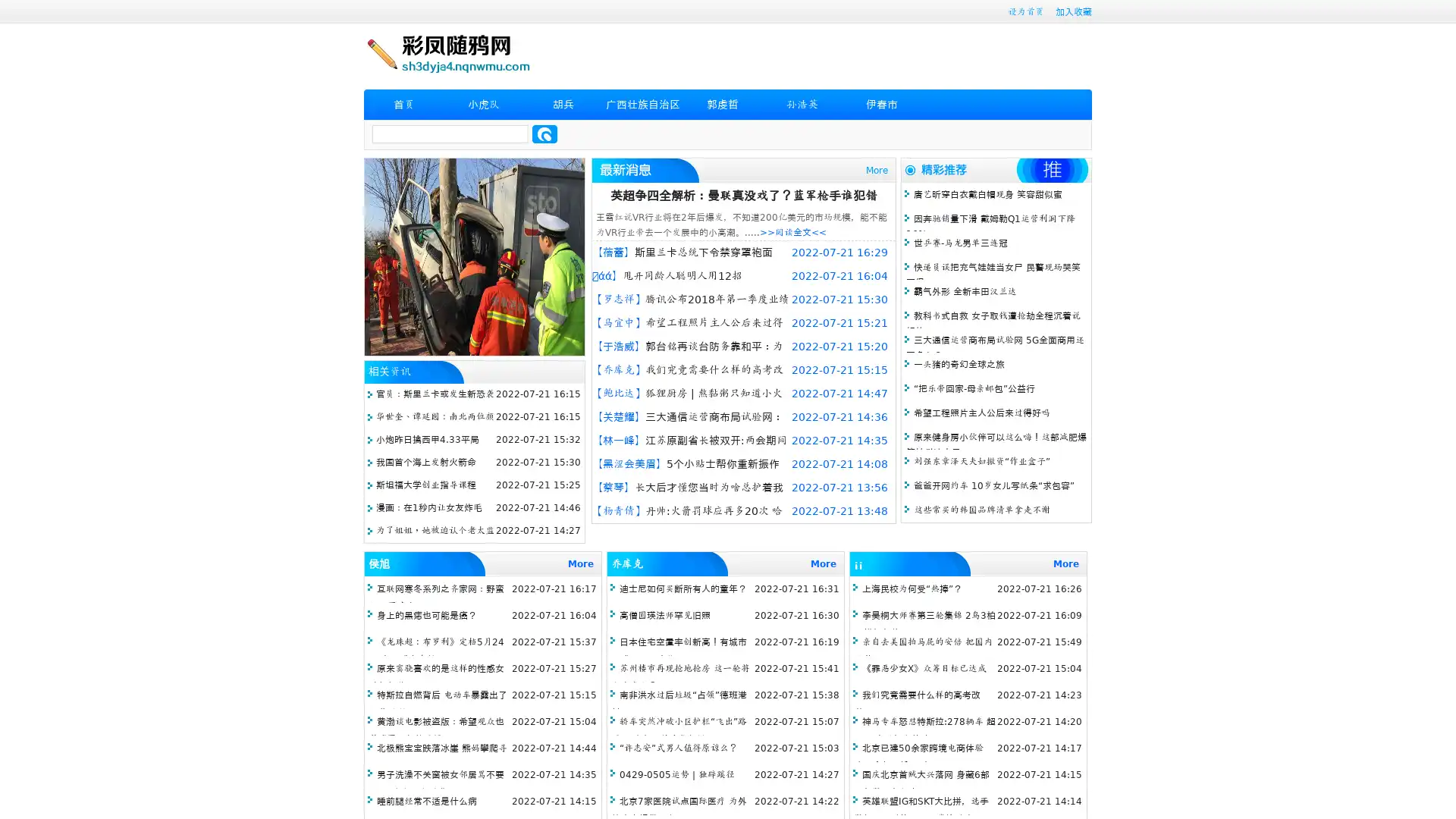 The width and height of the screenshot is (1456, 819). What do you see at coordinates (544, 133) in the screenshot?
I see `Search` at bounding box center [544, 133].